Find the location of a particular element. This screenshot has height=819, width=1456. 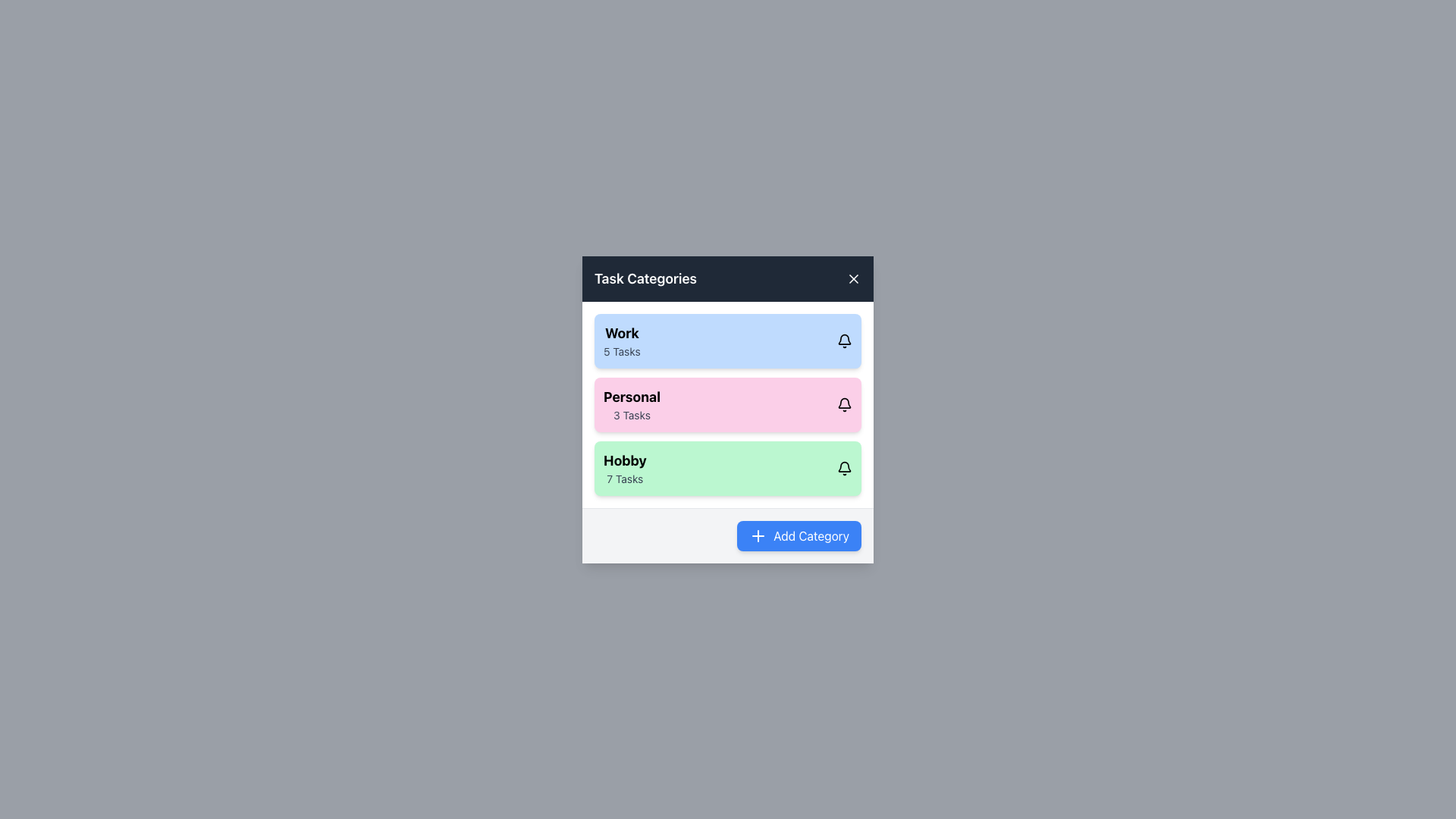

text label that describes the number of tasks associated with the 'Work' category, positioned below the 'Work' text in the light blue section labeled as 'Work' is located at coordinates (622, 351).